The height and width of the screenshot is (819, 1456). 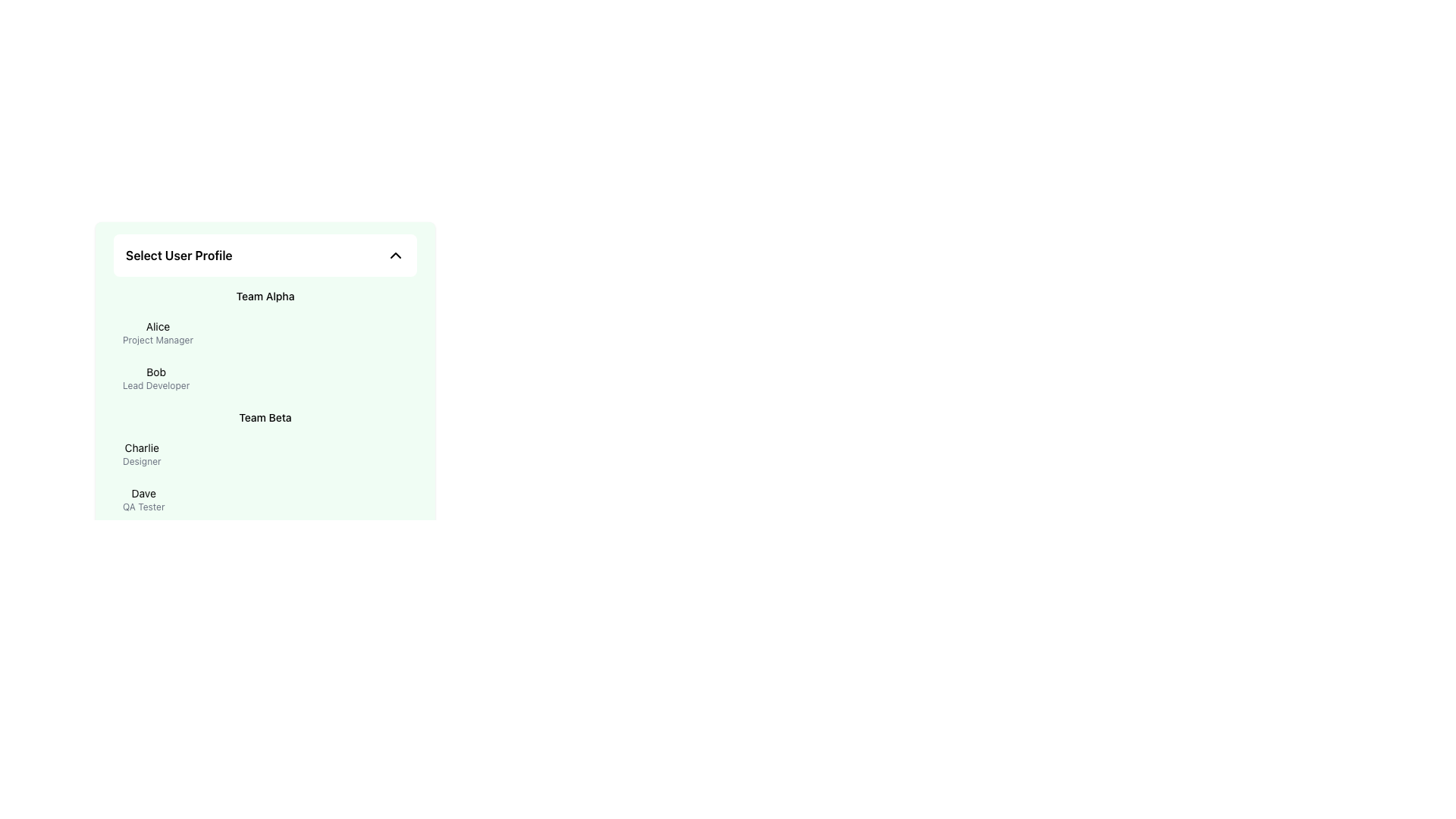 I want to click on the text label identifying the team or group, located above the entries for 'Alice' and 'Bob', so click(x=265, y=296).